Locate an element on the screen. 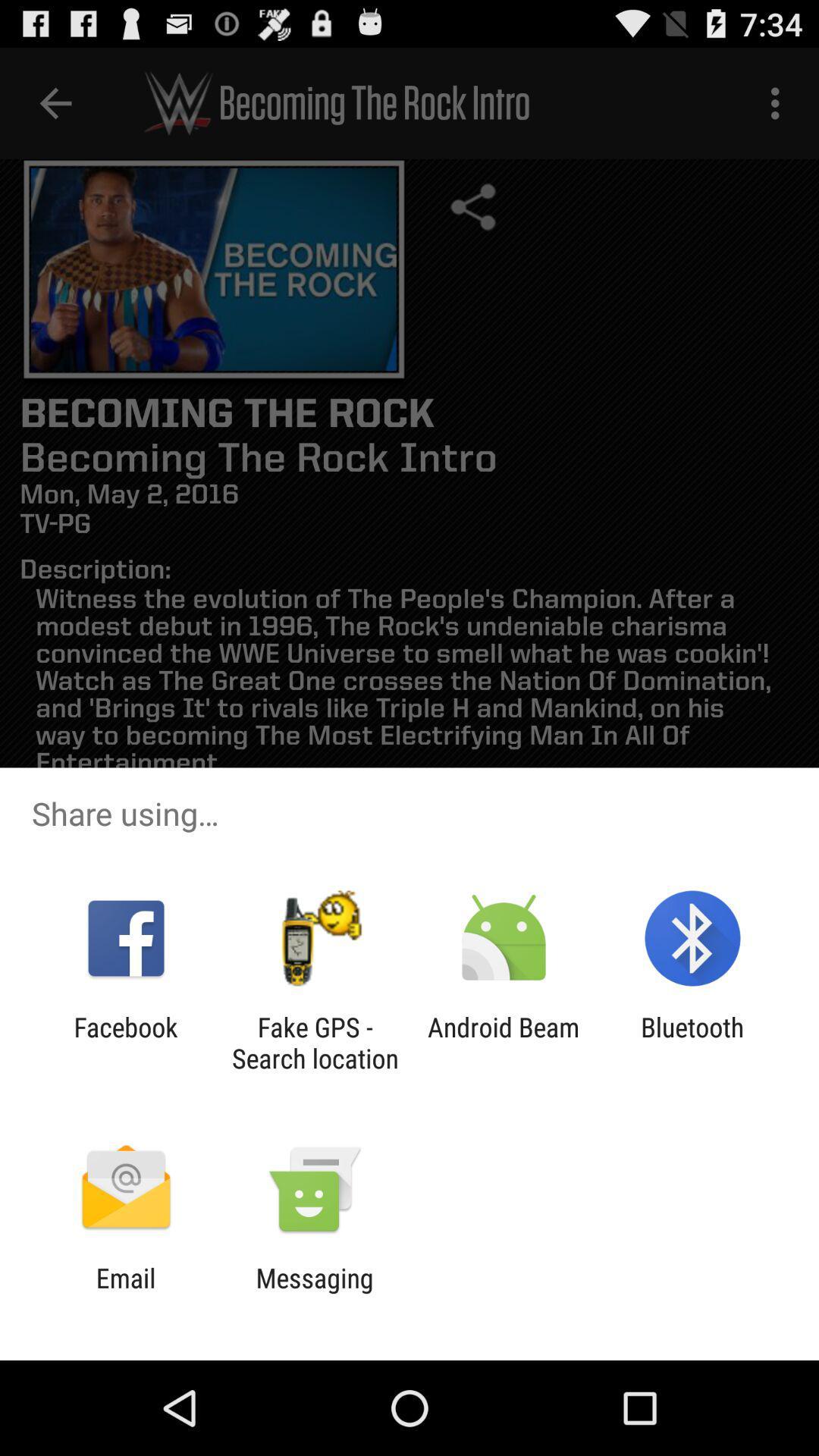  item to the right of fake gps search is located at coordinates (504, 1042).